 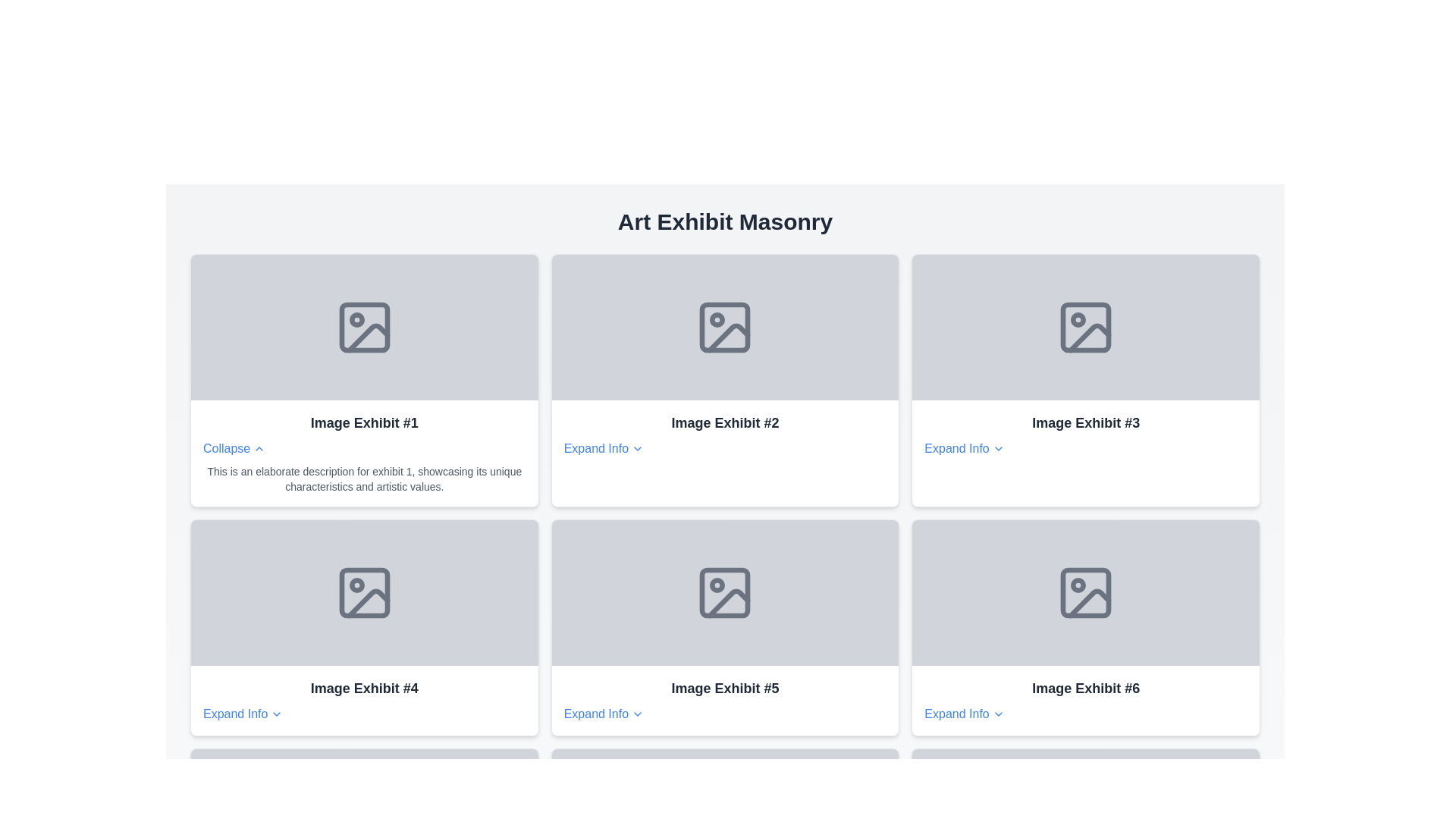 I want to click on the graphical rectangle with rounded corners inside the central image icon of 'Image Exhibit #1', so click(x=364, y=327).